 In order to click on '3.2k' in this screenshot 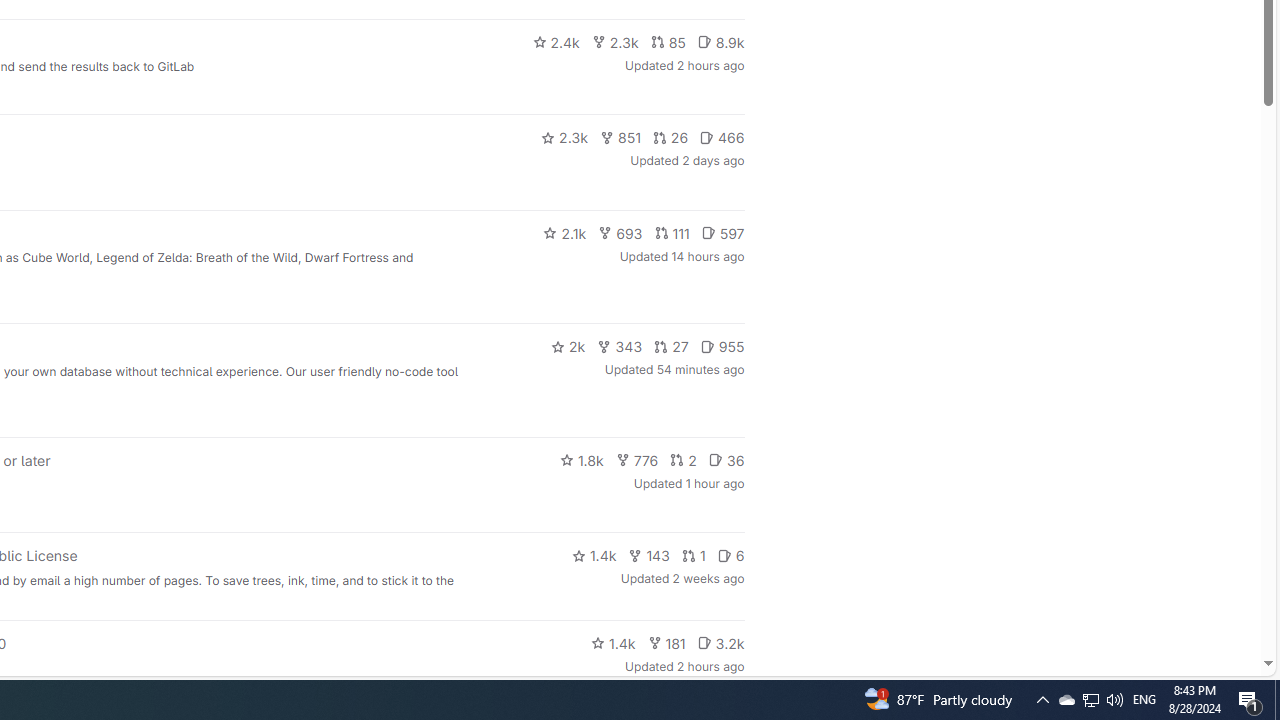, I will do `click(720, 642)`.